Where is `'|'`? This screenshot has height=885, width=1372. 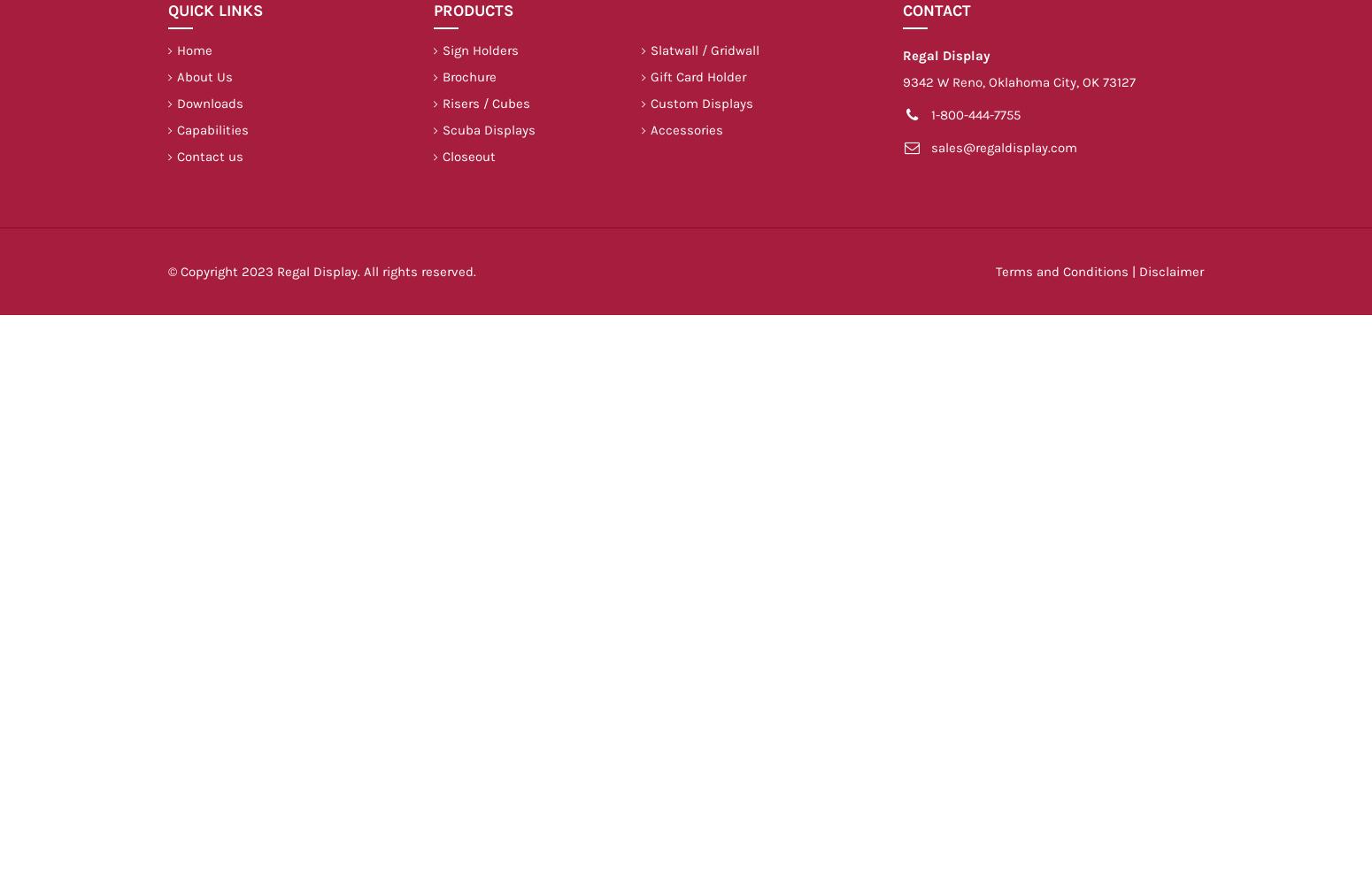 '|' is located at coordinates (1133, 272).